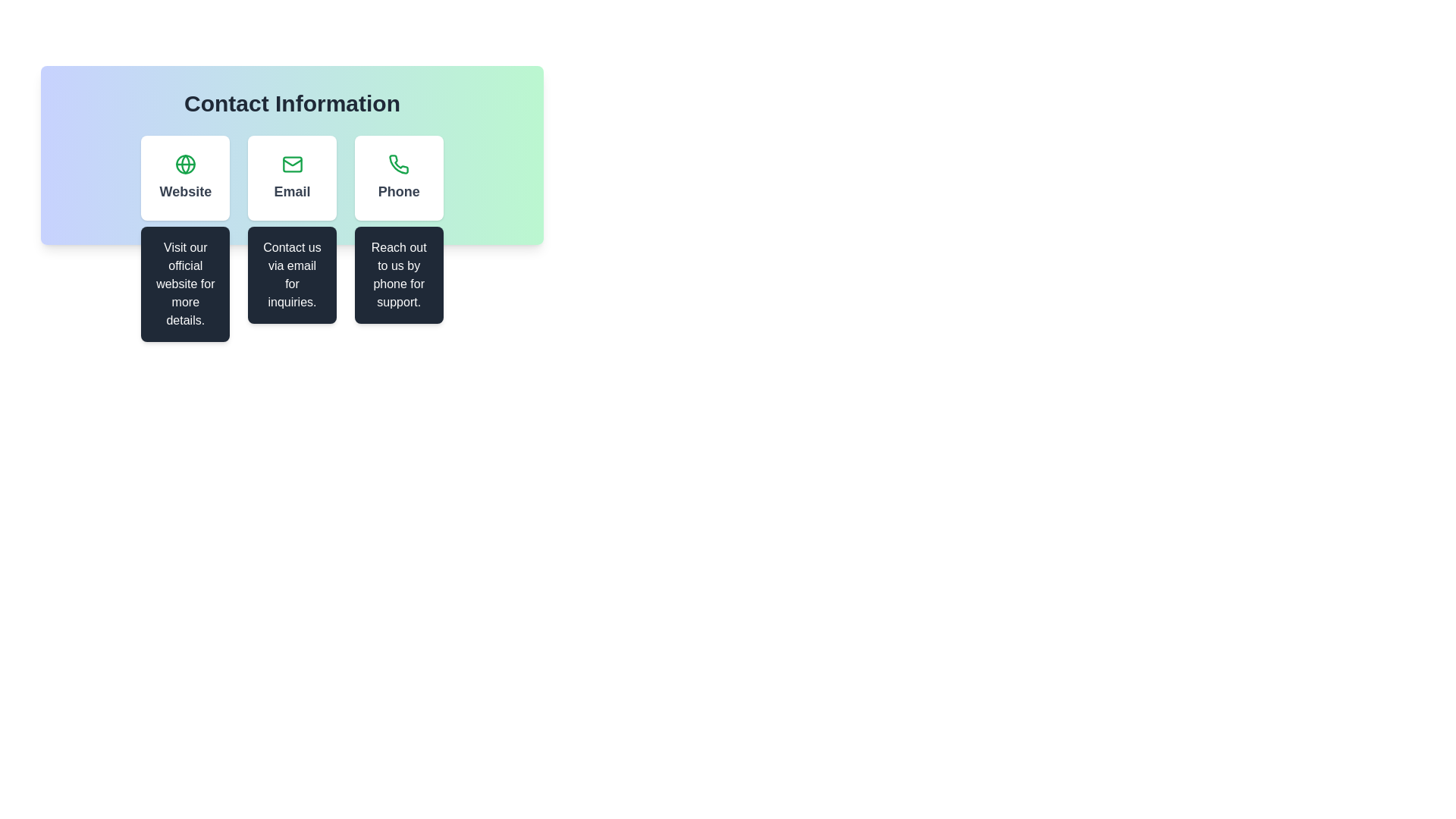  What do you see at coordinates (399, 164) in the screenshot?
I see `the green telephone handset icon representing phone functionality, located in the third column under the 'Contact Information' heading` at bounding box center [399, 164].